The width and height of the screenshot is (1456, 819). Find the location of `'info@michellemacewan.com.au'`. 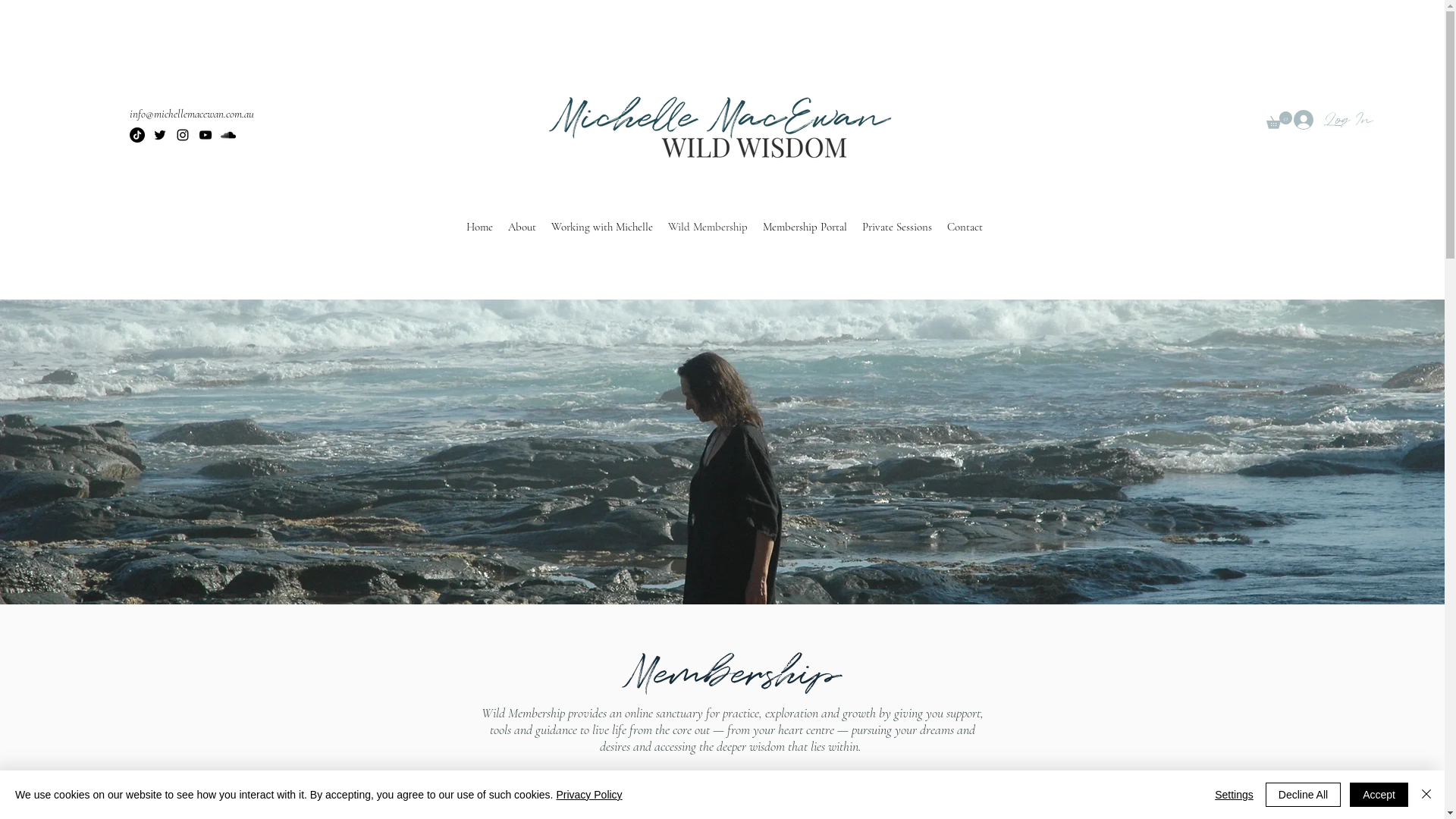

'info@michellemacewan.com.au' is located at coordinates (191, 113).